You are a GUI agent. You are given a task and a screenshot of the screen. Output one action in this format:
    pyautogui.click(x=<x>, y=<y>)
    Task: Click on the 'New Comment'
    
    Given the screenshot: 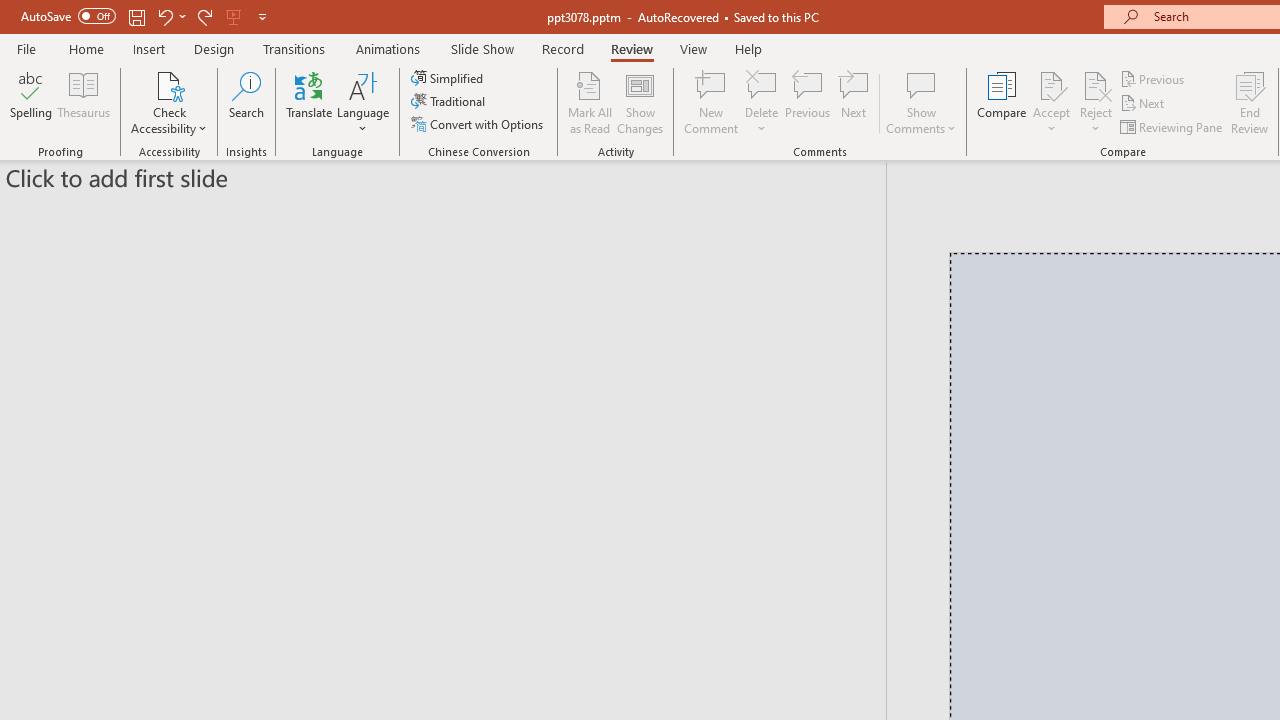 What is the action you would take?
    pyautogui.click(x=711, y=103)
    